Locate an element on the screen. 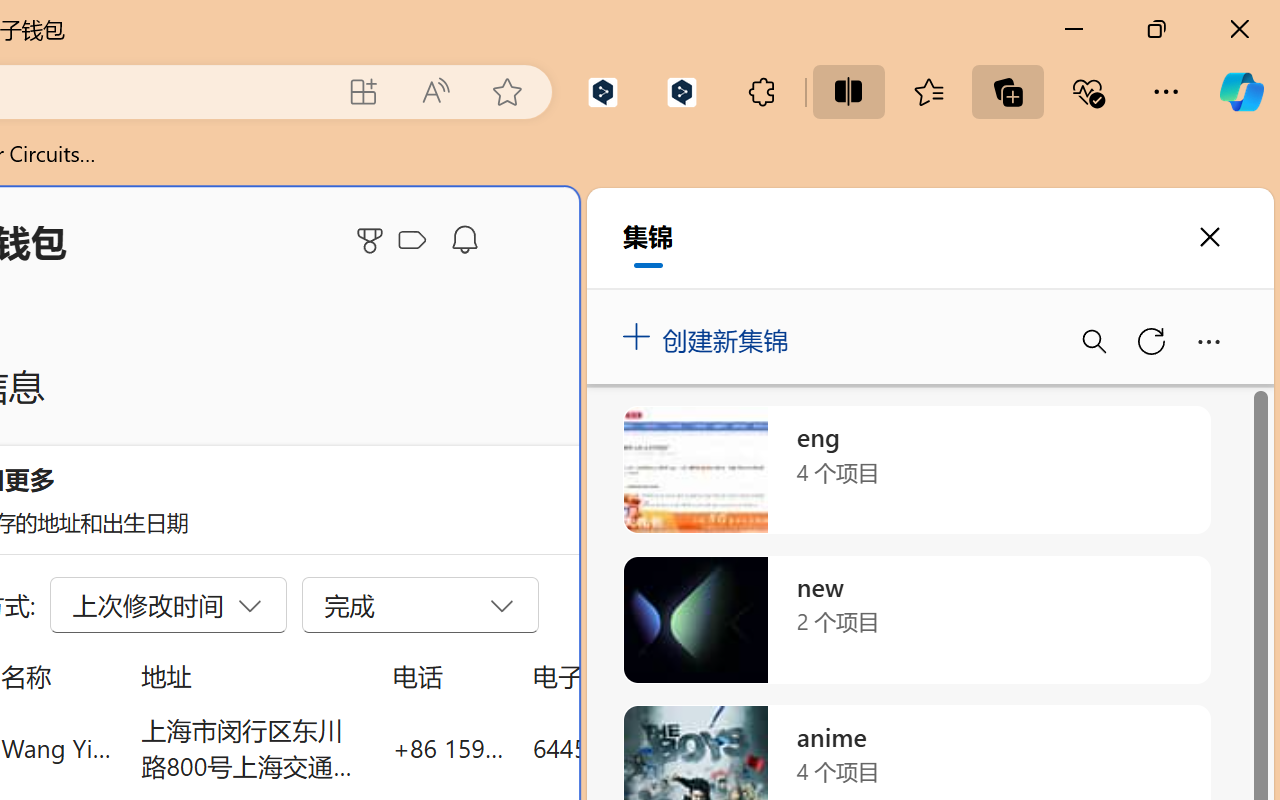 This screenshot has height=800, width=1280. 'Microsoft Rewards' is located at coordinates (373, 239).